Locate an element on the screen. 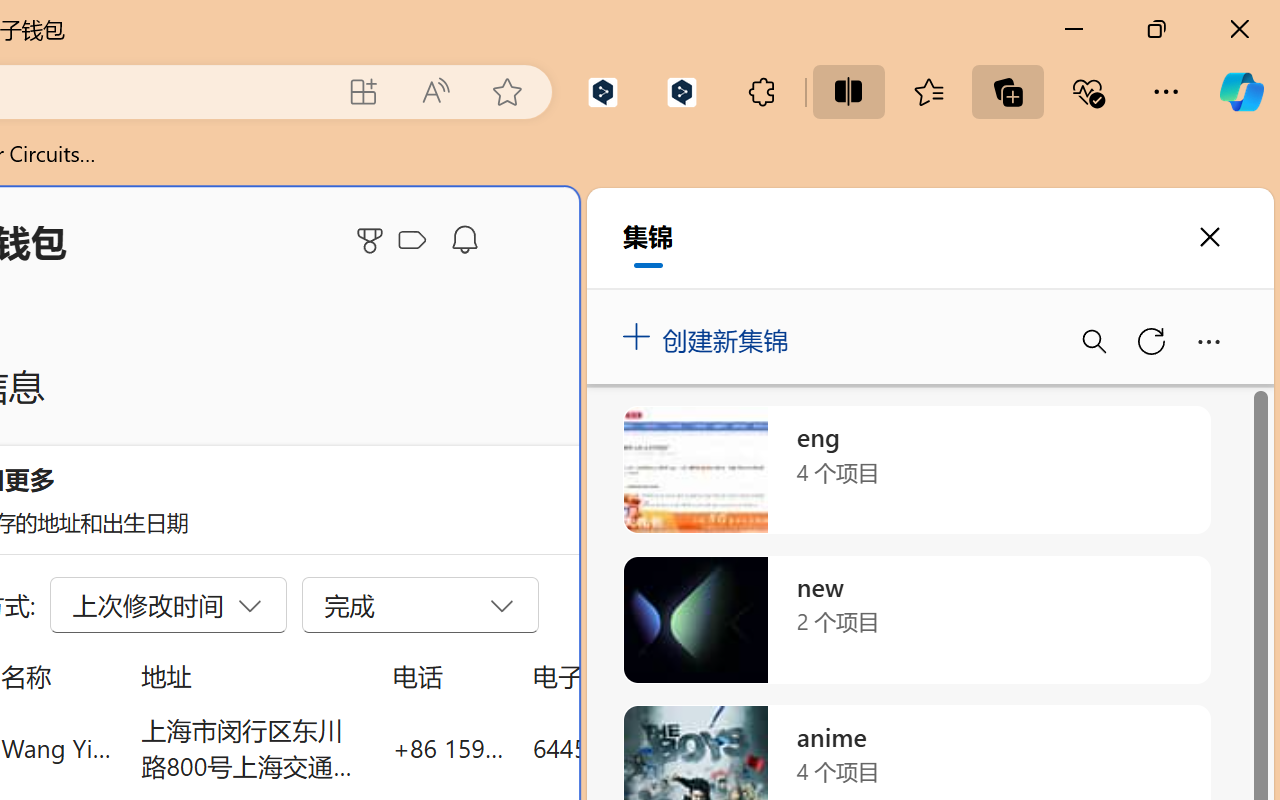 This screenshot has height=800, width=1280. 'Microsoft Rewards' is located at coordinates (373, 239).